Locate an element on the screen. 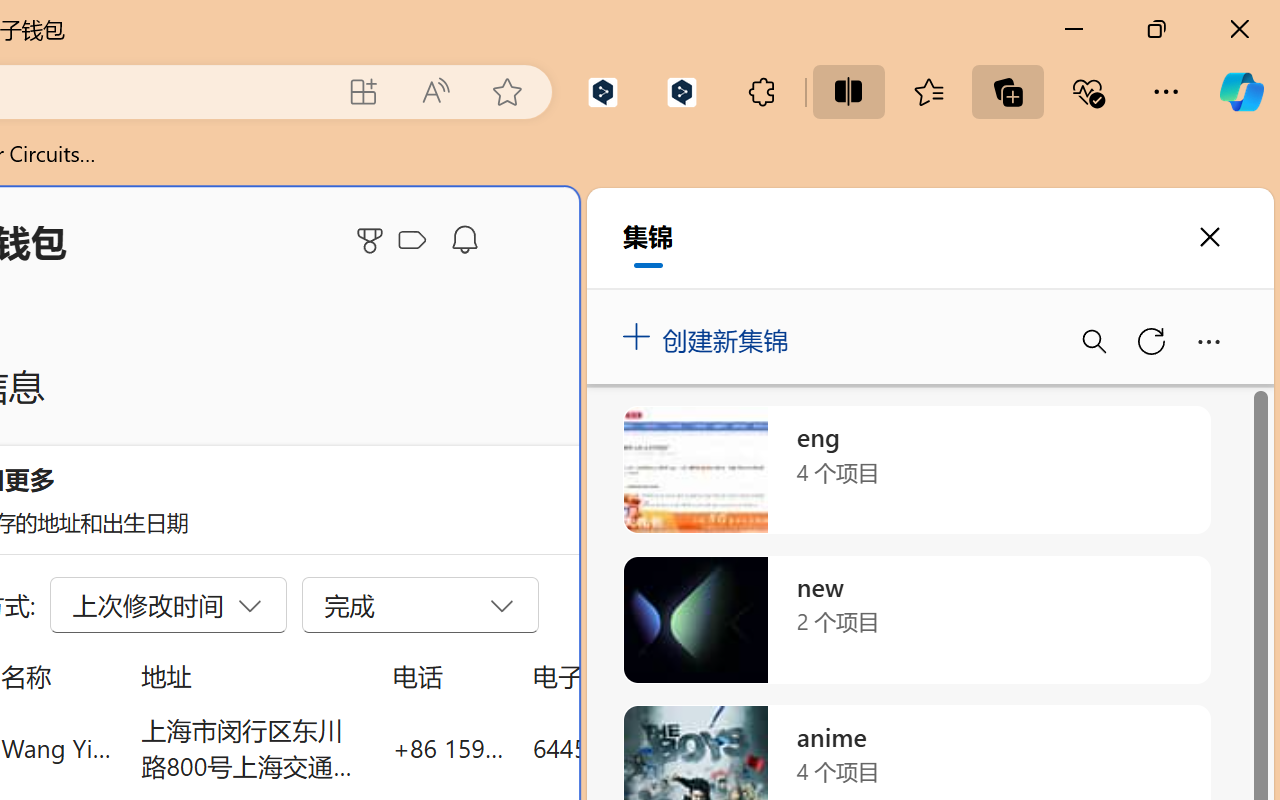 This screenshot has height=800, width=1280. 'Microsoft Rewards' is located at coordinates (373, 239).